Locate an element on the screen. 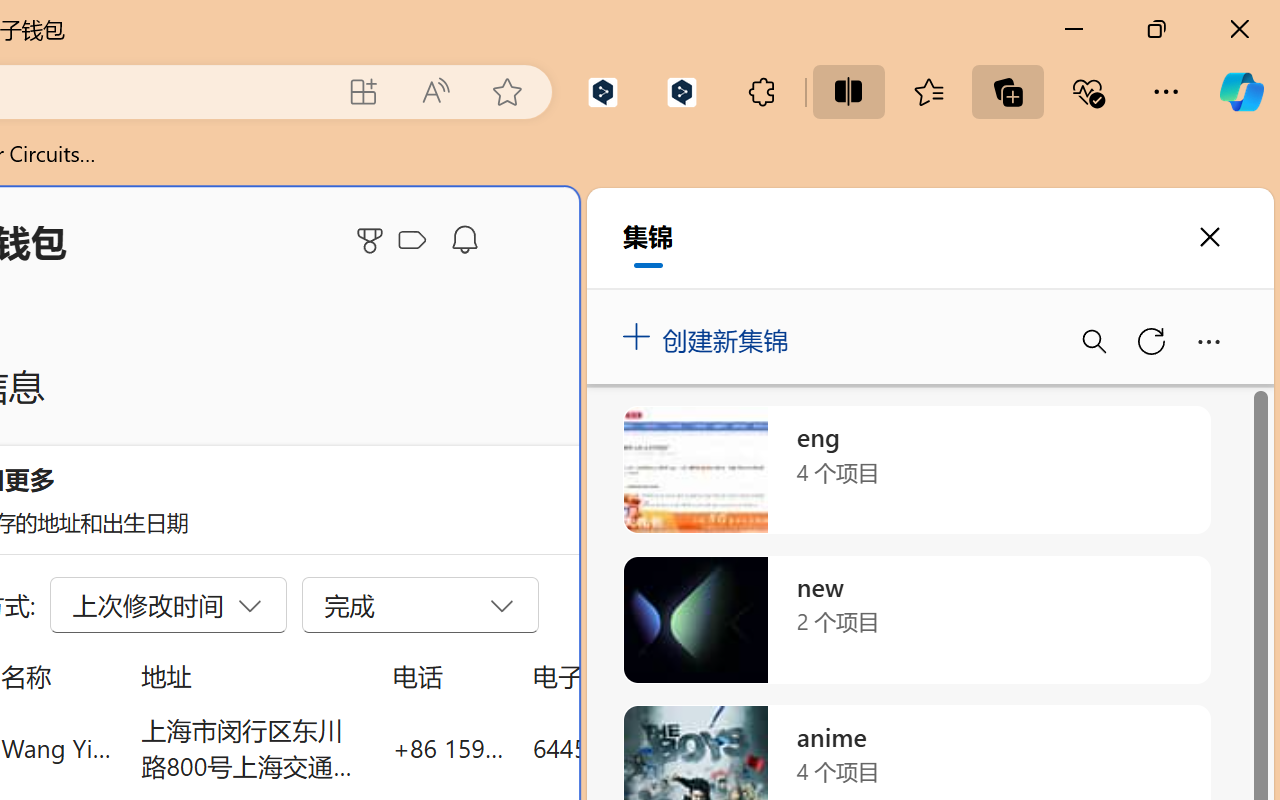 This screenshot has height=800, width=1280. 'Microsoft Rewards' is located at coordinates (373, 239).